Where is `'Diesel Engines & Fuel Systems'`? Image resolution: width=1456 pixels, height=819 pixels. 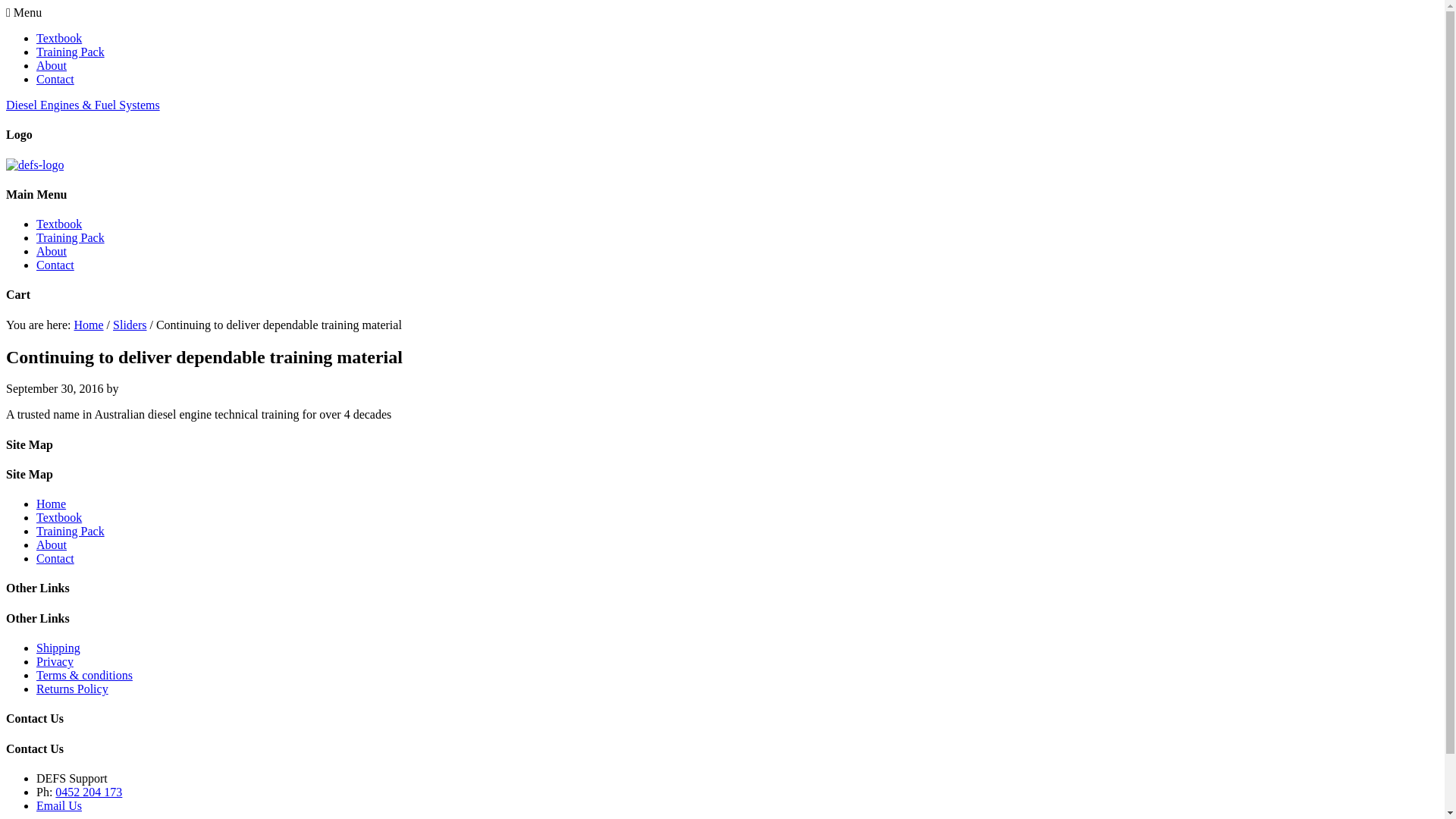 'Diesel Engines & Fuel Systems' is located at coordinates (82, 104).